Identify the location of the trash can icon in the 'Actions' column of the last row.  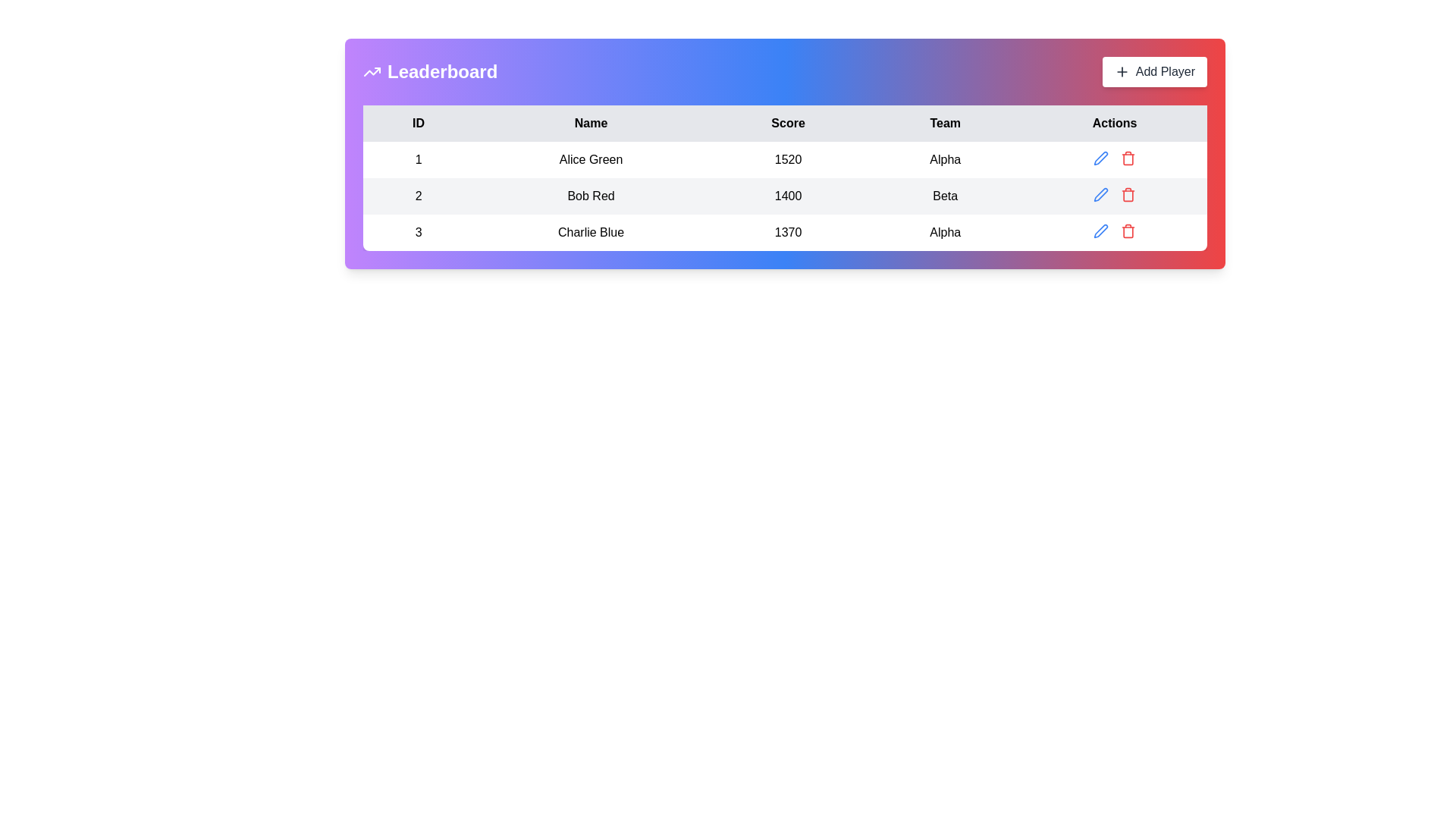
(1128, 158).